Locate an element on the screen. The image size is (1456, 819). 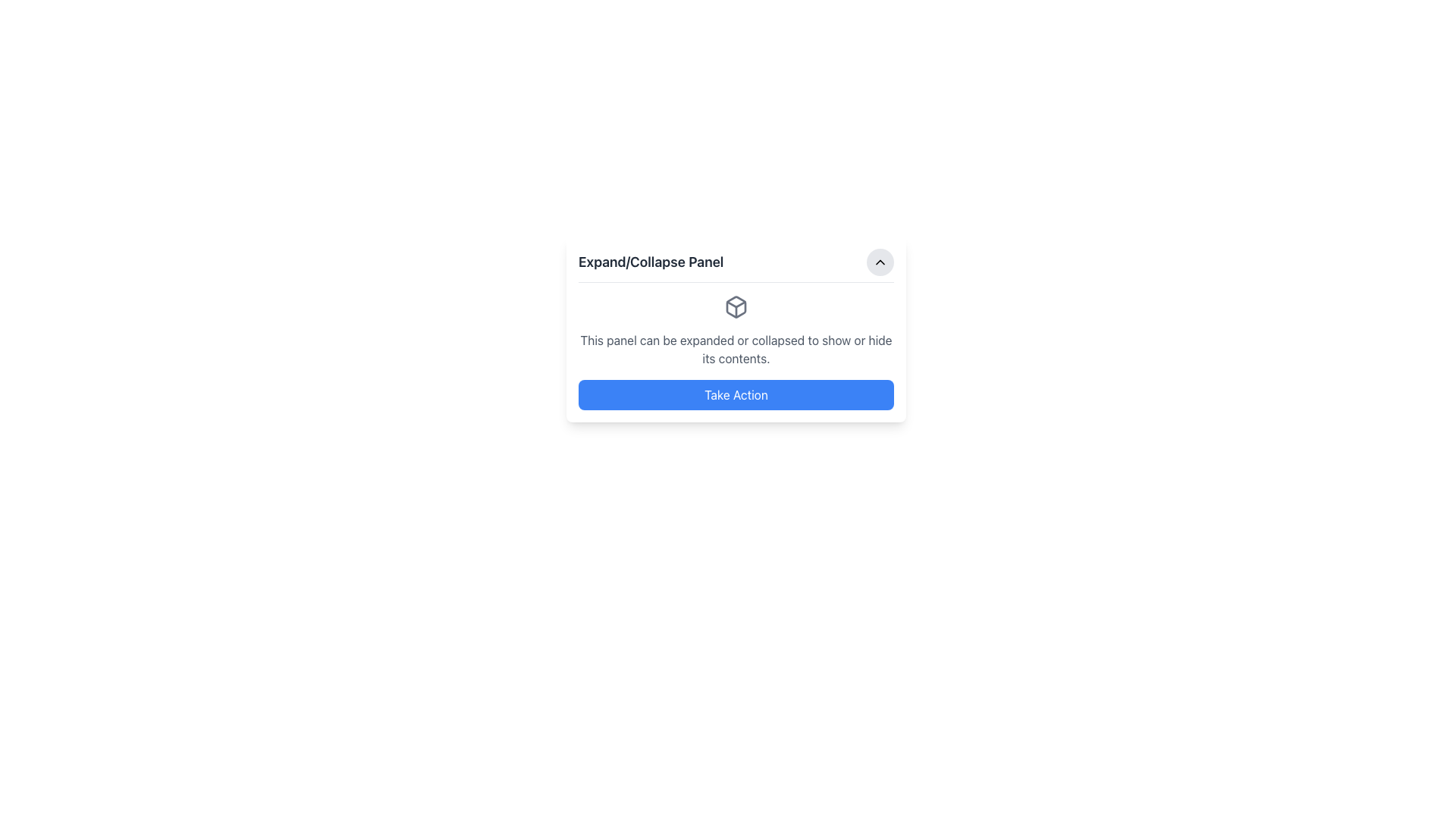
the circular toggle button with a light gray background and a chevron-up icon located in the upper right corner of the 'Expand/Collapse Panel' section is located at coordinates (880, 262).